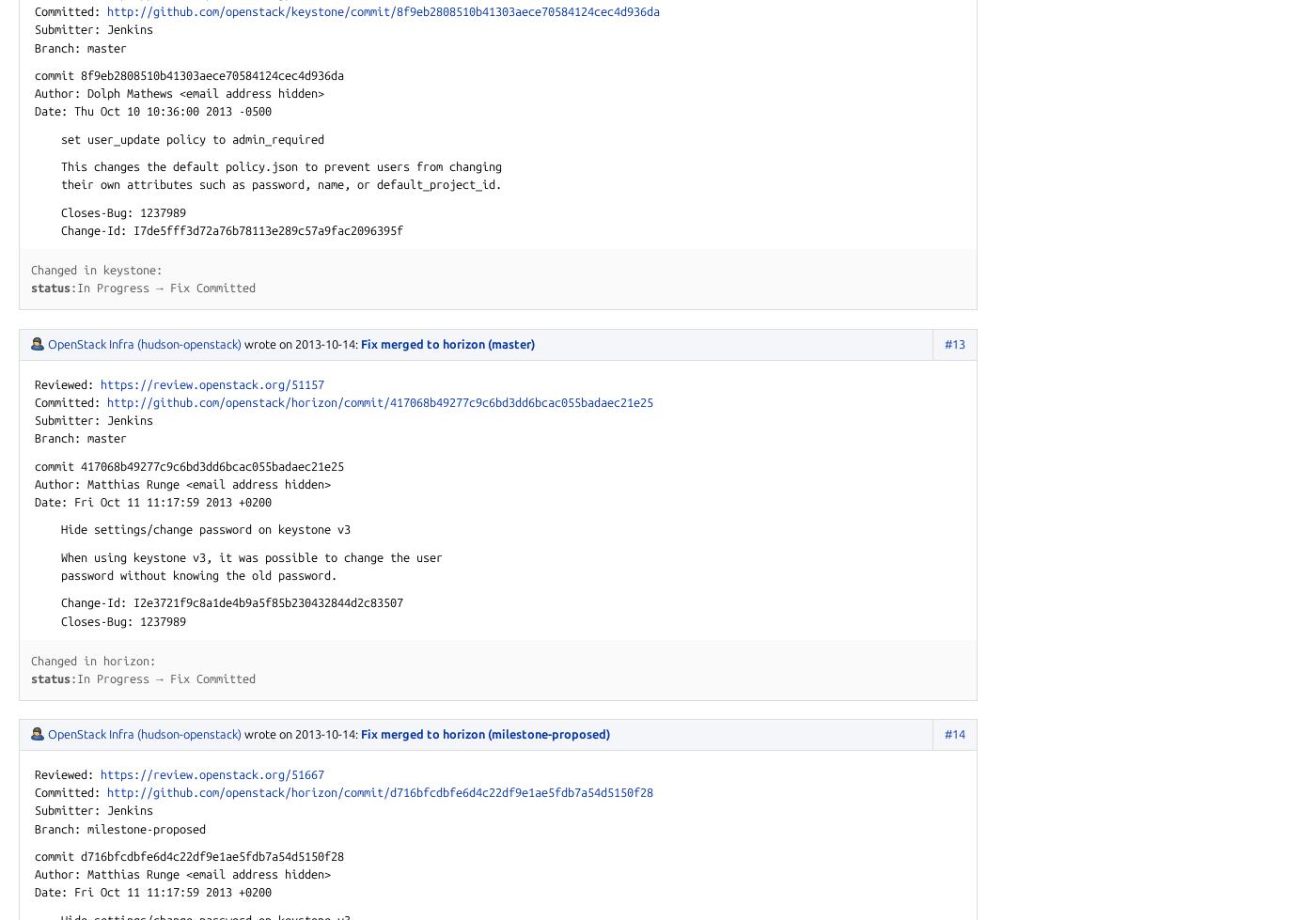 The width and height of the screenshot is (1316, 920). Describe the element at coordinates (439, 791) in the screenshot. I see `'d716bfcdbfe6d4c'` at that location.